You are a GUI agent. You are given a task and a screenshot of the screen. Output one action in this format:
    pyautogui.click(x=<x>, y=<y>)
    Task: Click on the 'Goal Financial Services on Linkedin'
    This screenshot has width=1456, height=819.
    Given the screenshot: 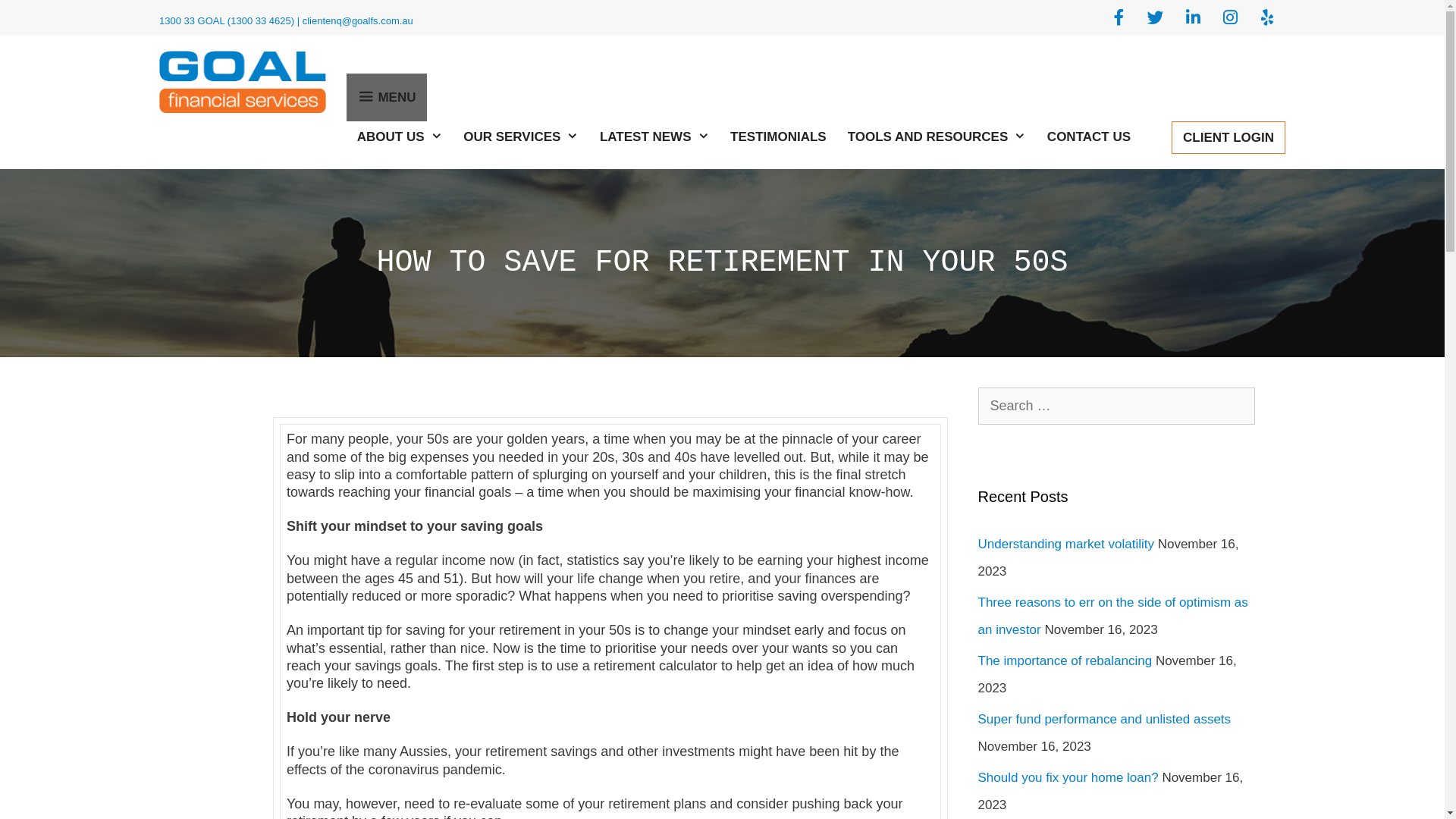 What is the action you would take?
    pyautogui.click(x=1175, y=17)
    